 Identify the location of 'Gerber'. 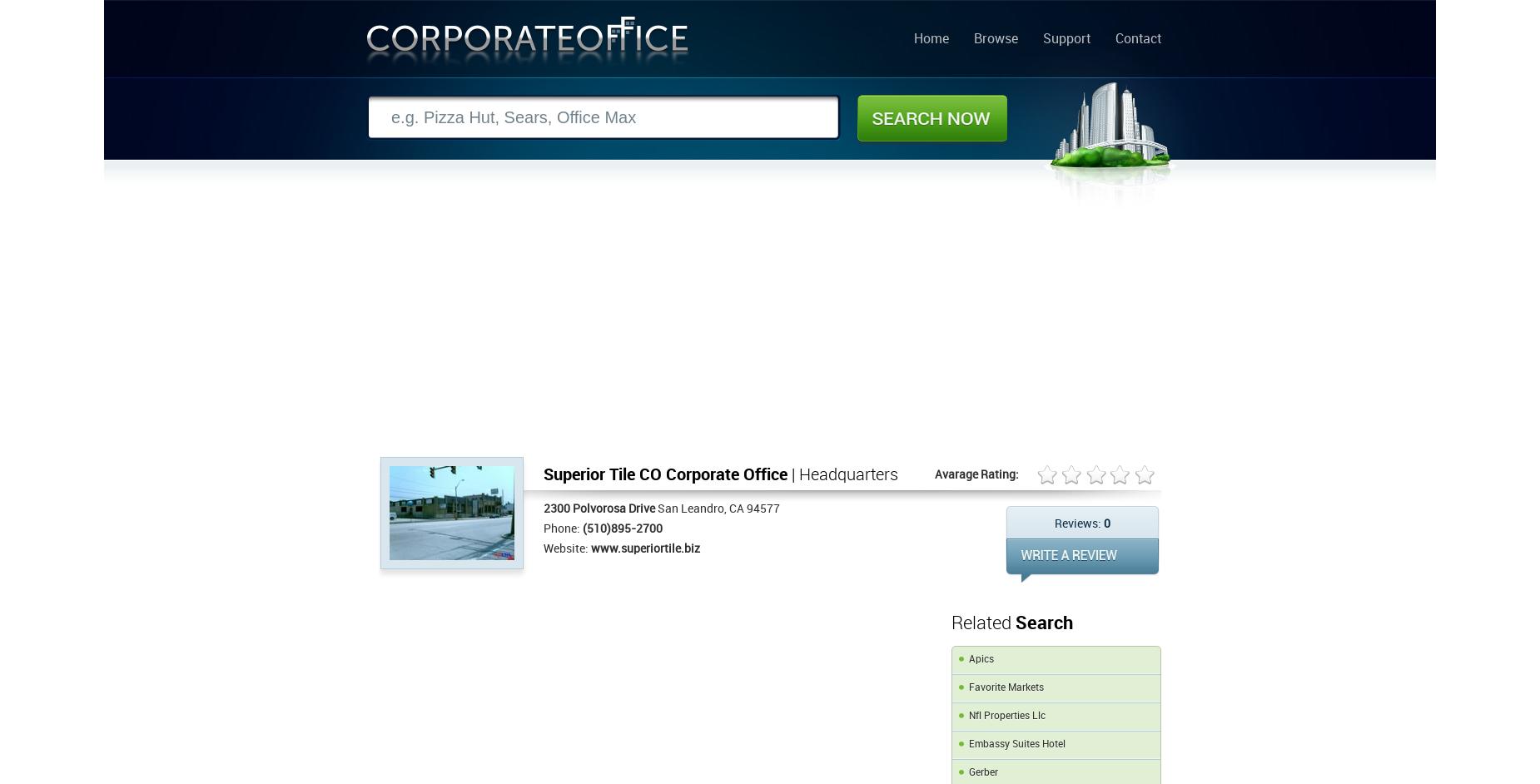
(982, 772).